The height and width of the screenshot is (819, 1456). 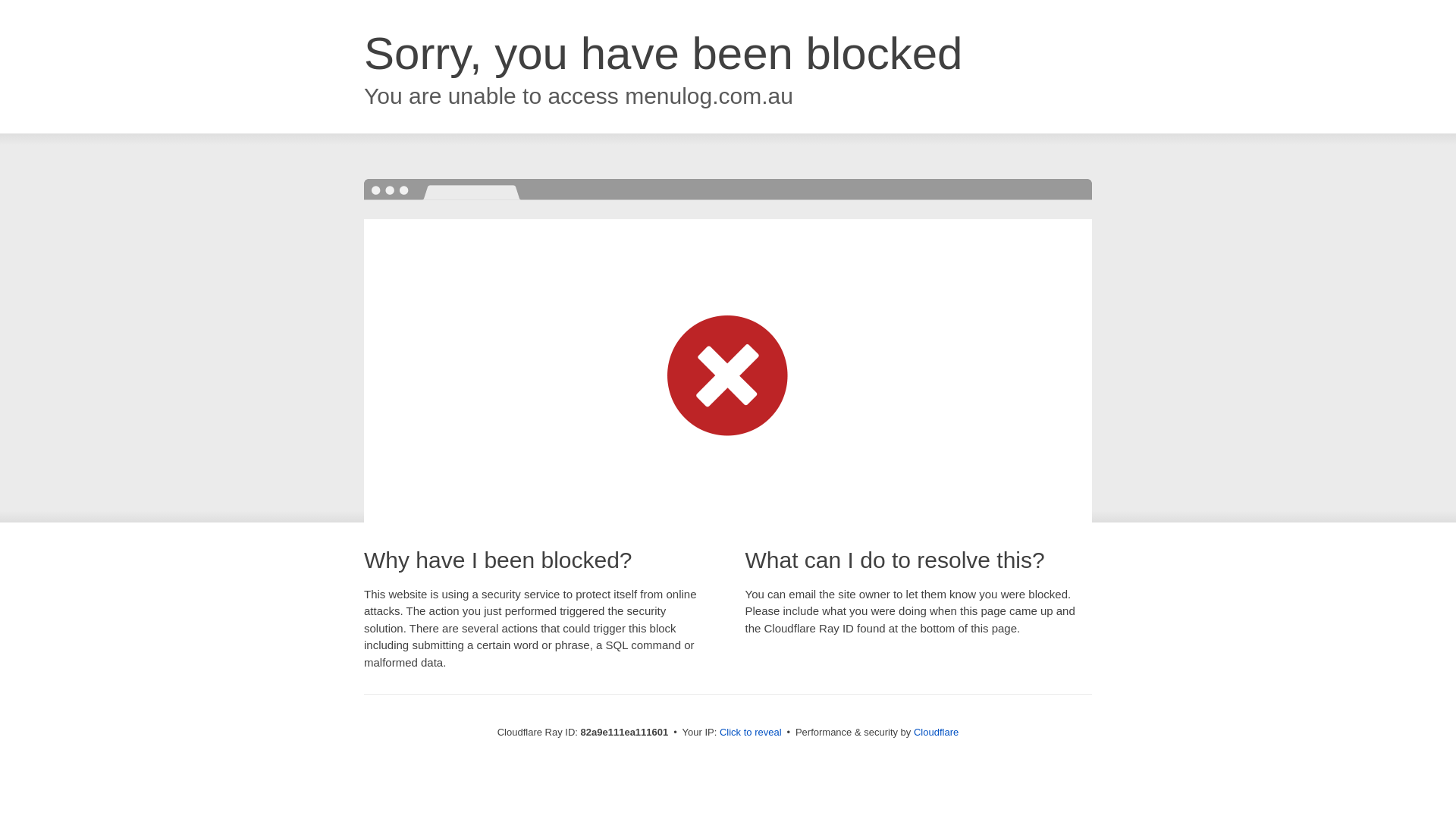 What do you see at coordinates (935, 731) in the screenshot?
I see `'Cloudflare'` at bounding box center [935, 731].